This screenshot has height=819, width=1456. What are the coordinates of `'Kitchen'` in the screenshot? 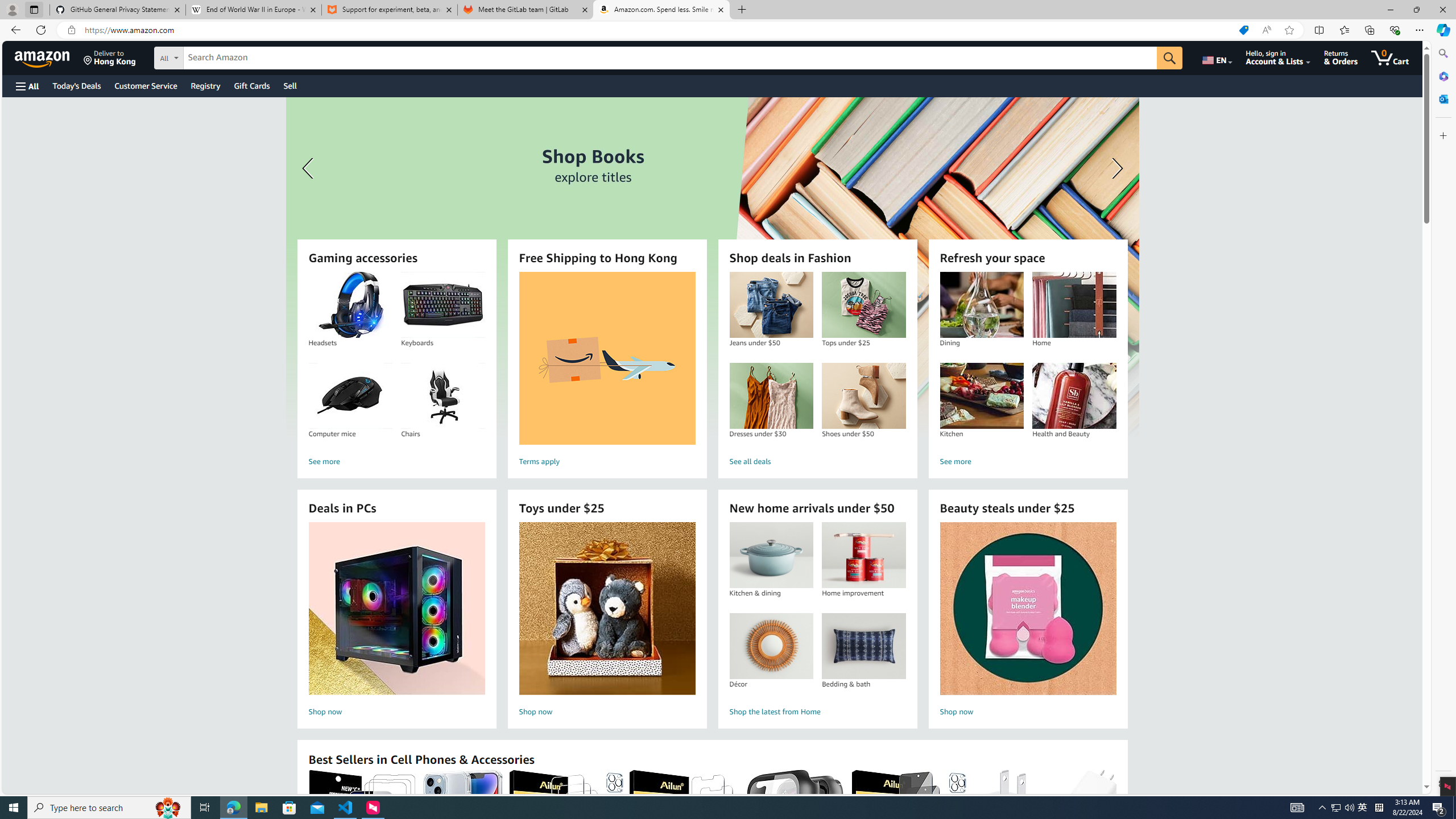 It's located at (981, 396).